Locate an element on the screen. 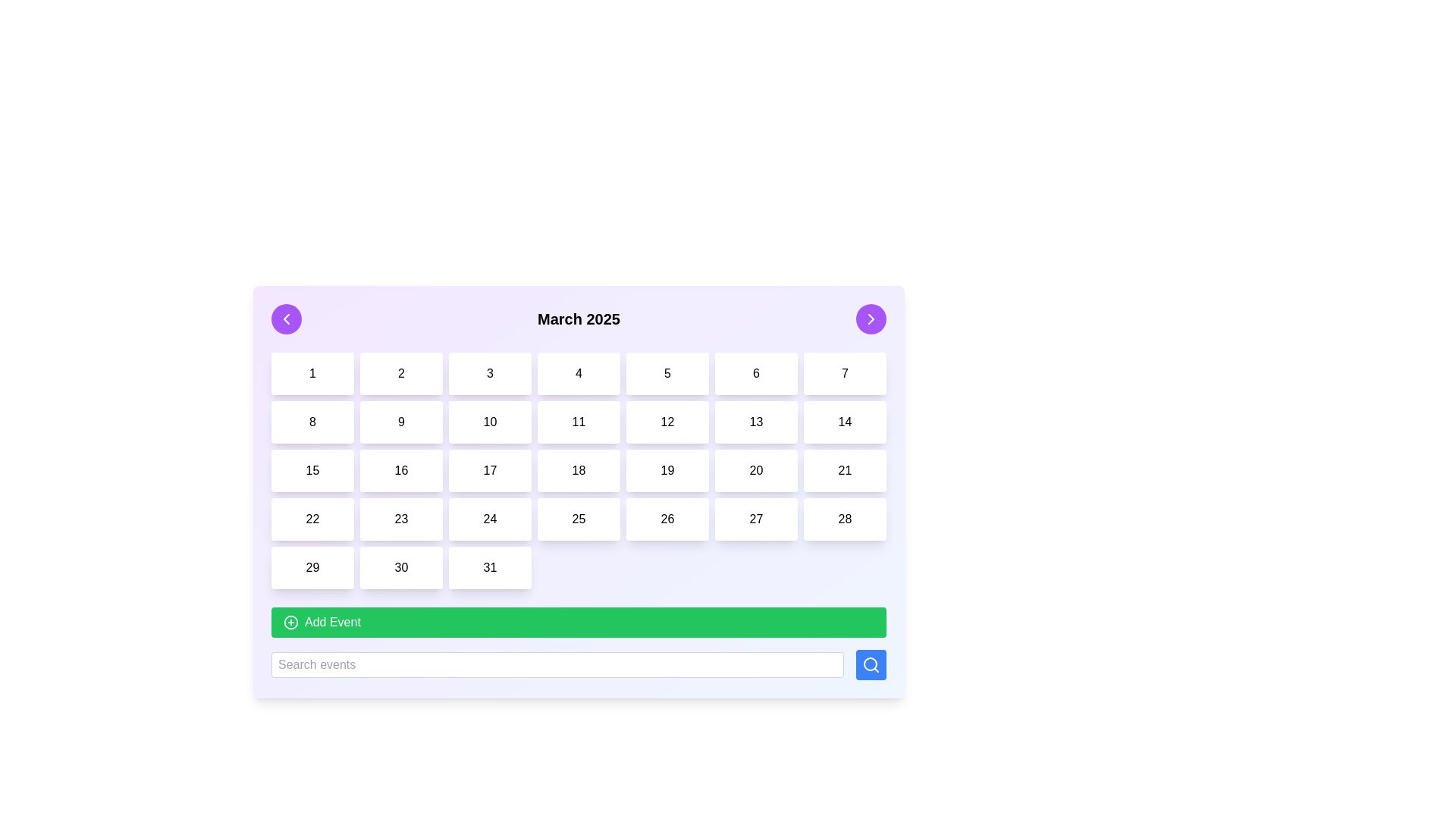  the Calendar Day Tile displaying the number '18' is located at coordinates (578, 470).